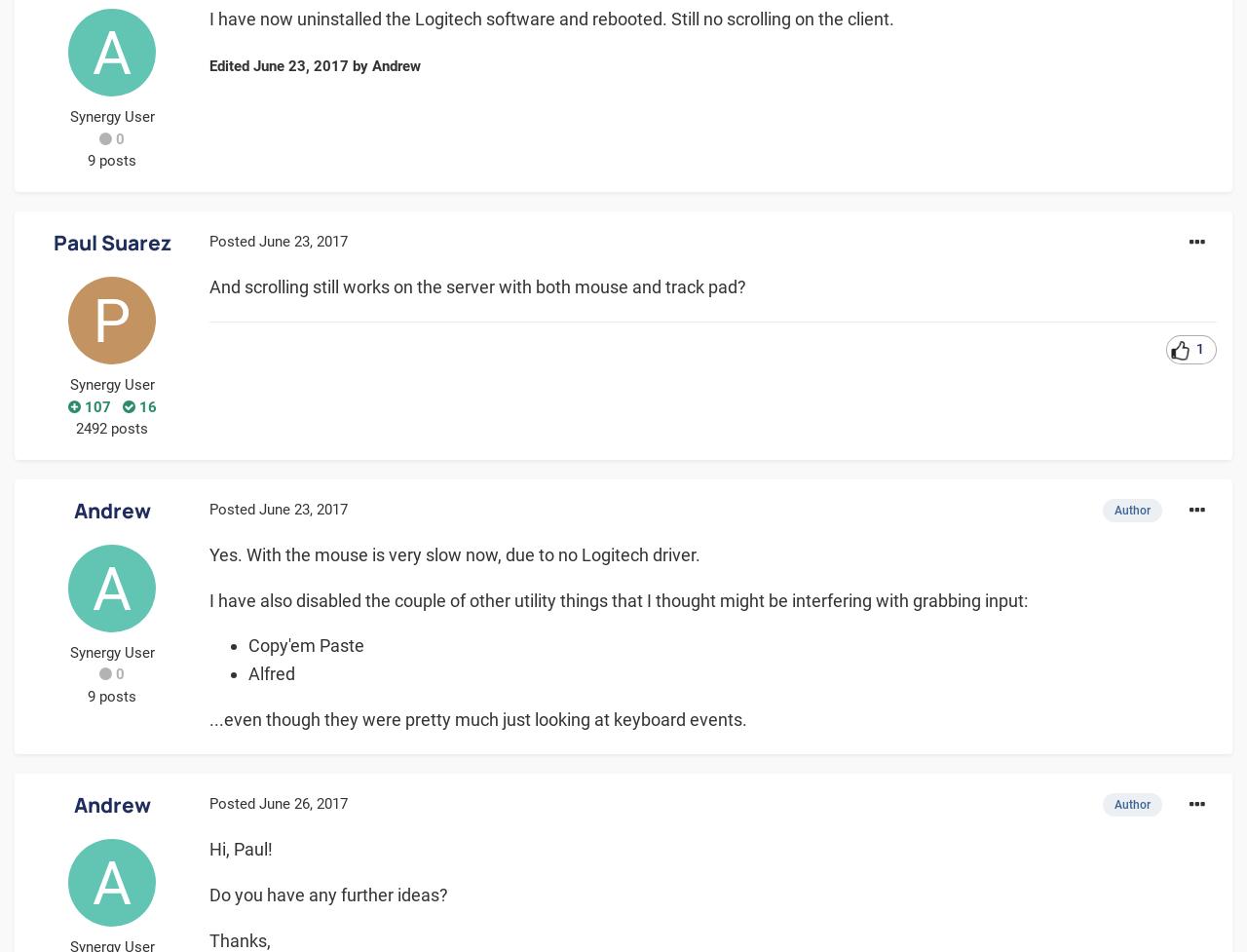 This screenshot has width=1247, height=952. What do you see at coordinates (477, 285) in the screenshot?
I see `'And scrolling still works on the server with both mouse and track pad?'` at bounding box center [477, 285].